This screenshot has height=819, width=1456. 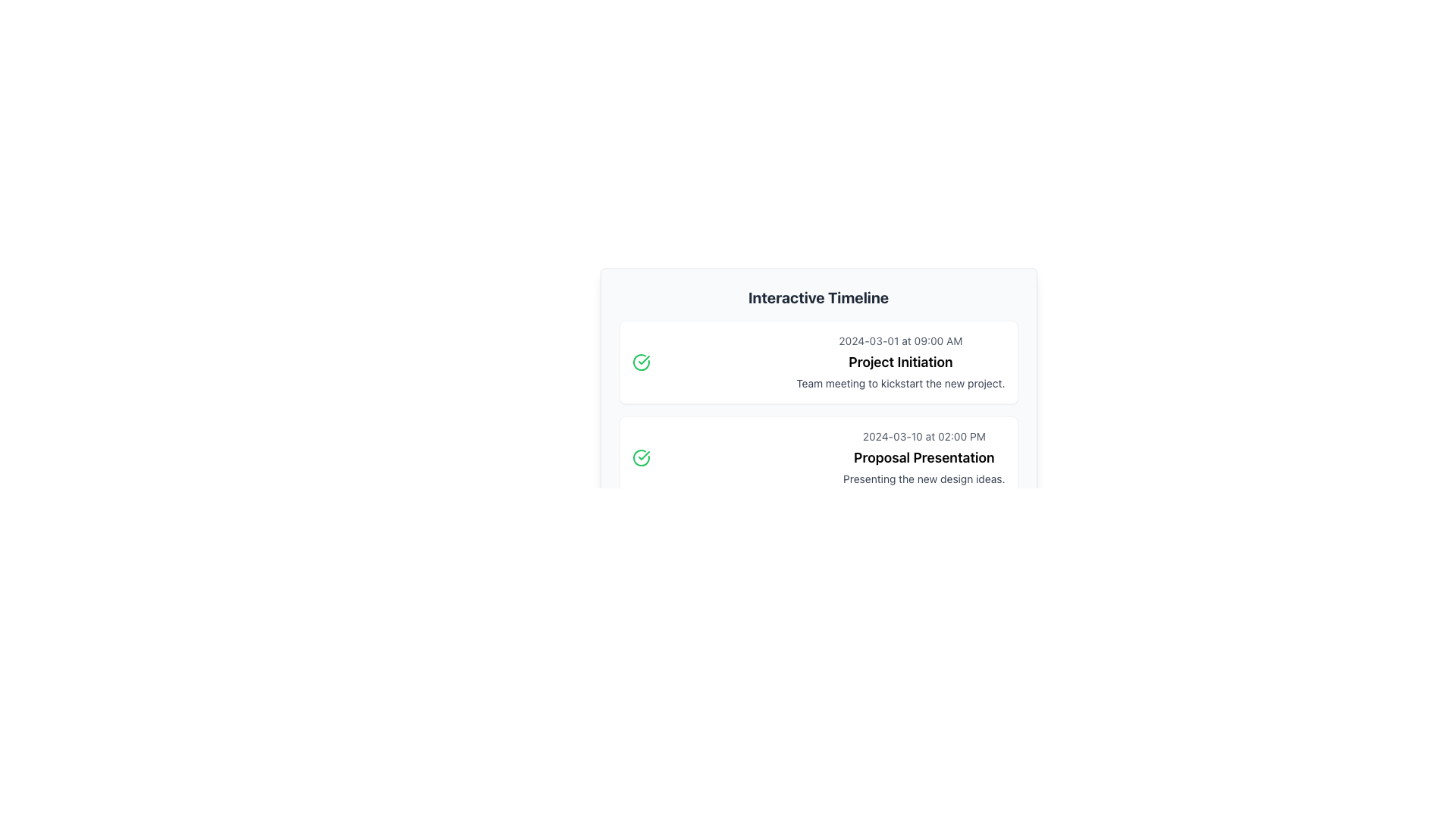 What do you see at coordinates (817, 362) in the screenshot?
I see `the first event card in the vertical timeline that displays key information such as date, time, title, and description` at bounding box center [817, 362].